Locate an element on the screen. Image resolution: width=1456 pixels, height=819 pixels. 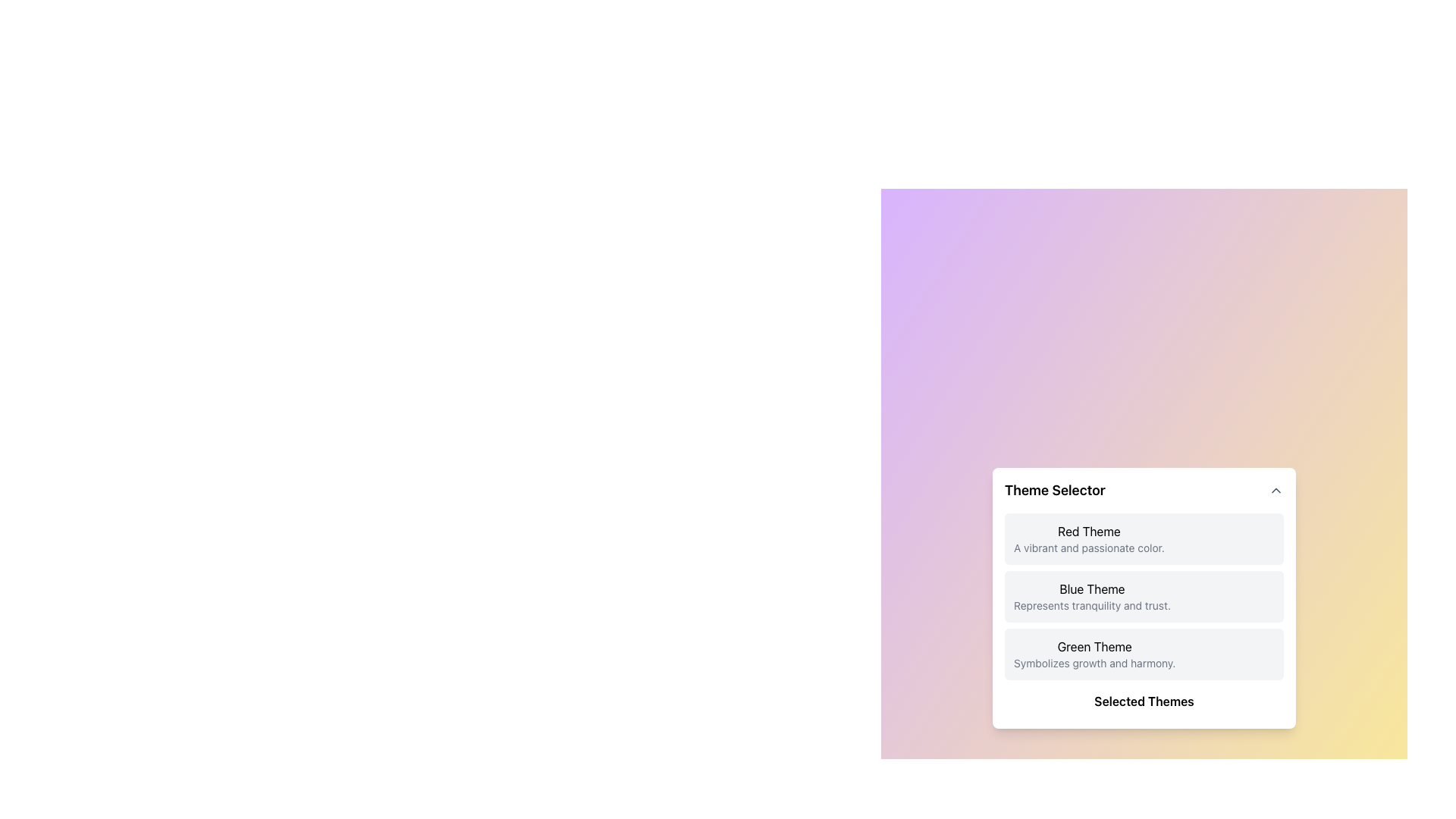
the second selectable list item labeled 'Blue Theme' is located at coordinates (1144, 595).